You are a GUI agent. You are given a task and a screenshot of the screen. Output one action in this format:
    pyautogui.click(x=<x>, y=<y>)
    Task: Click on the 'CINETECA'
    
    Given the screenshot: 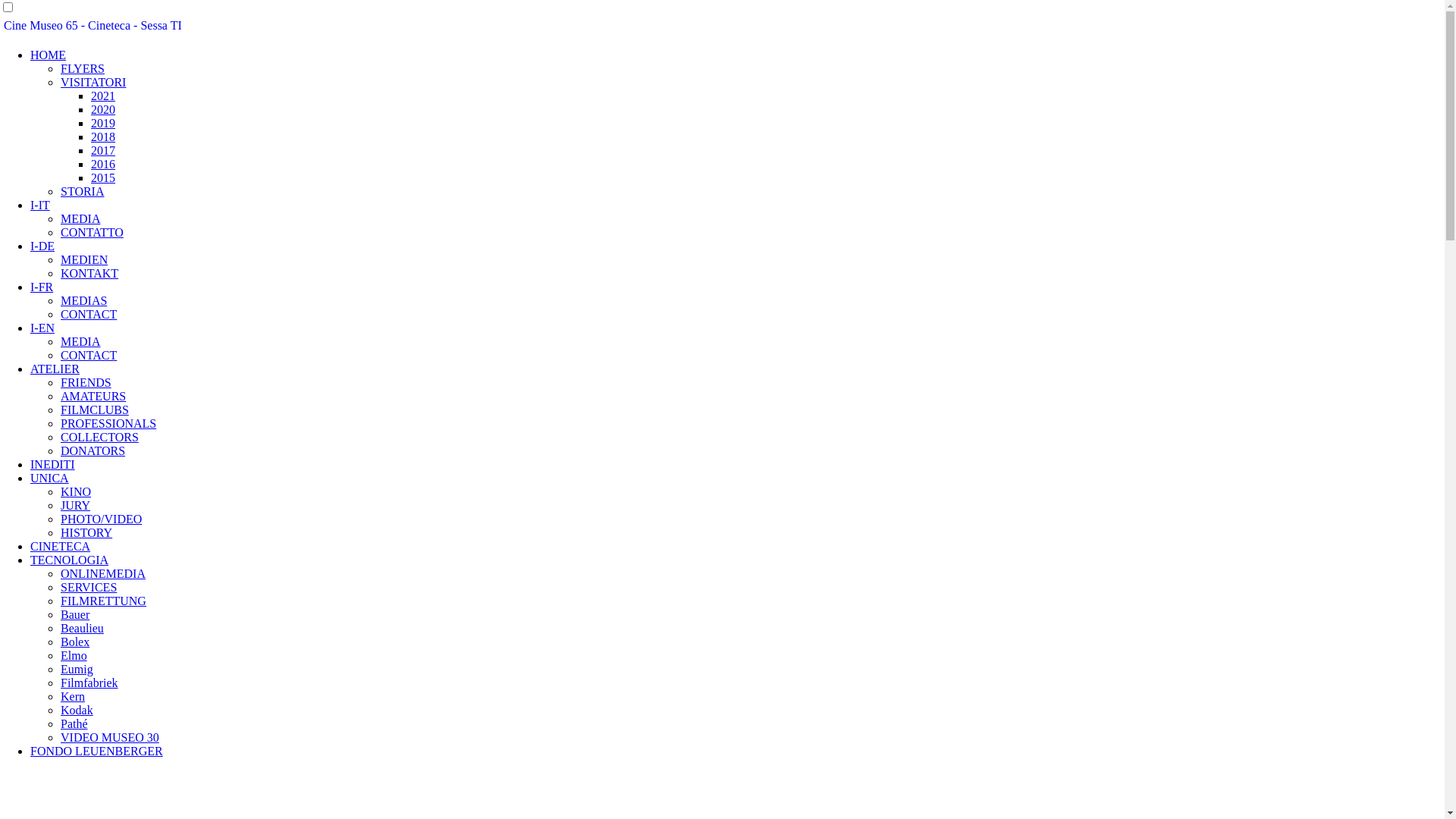 What is the action you would take?
    pyautogui.click(x=60, y=546)
    